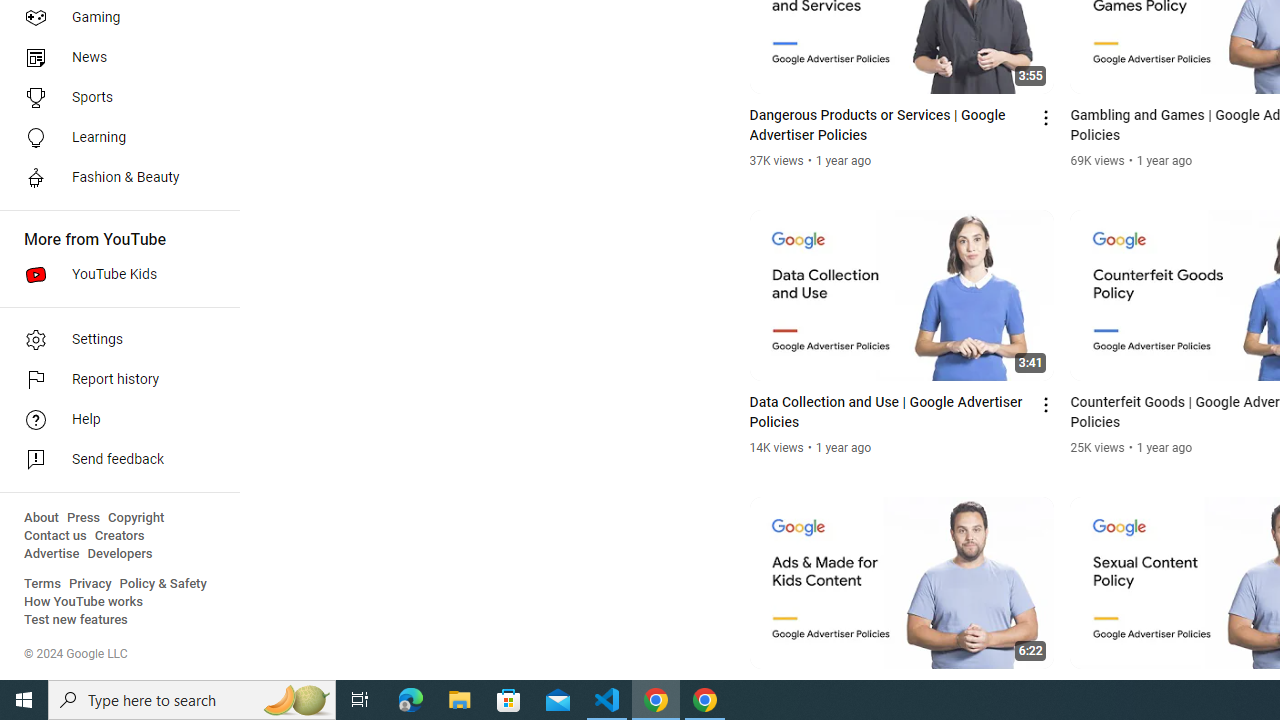  I want to click on 'Report history', so click(112, 380).